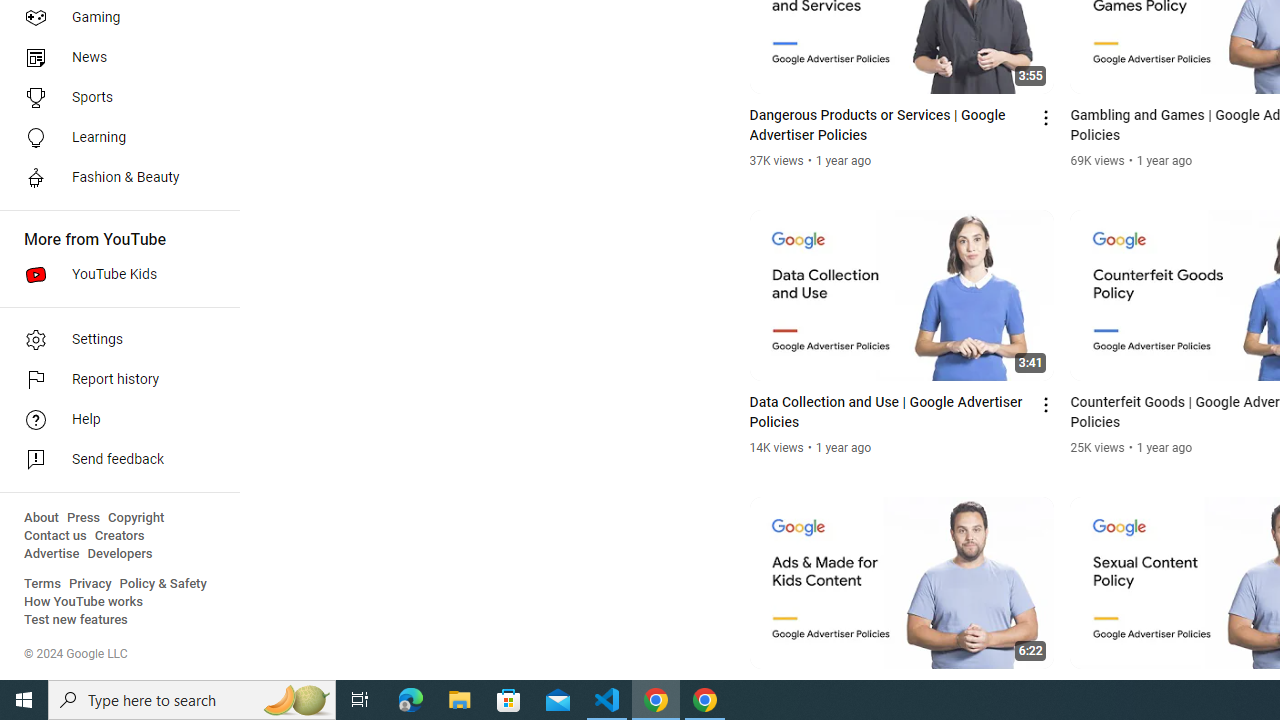  I want to click on 'Report history', so click(112, 380).